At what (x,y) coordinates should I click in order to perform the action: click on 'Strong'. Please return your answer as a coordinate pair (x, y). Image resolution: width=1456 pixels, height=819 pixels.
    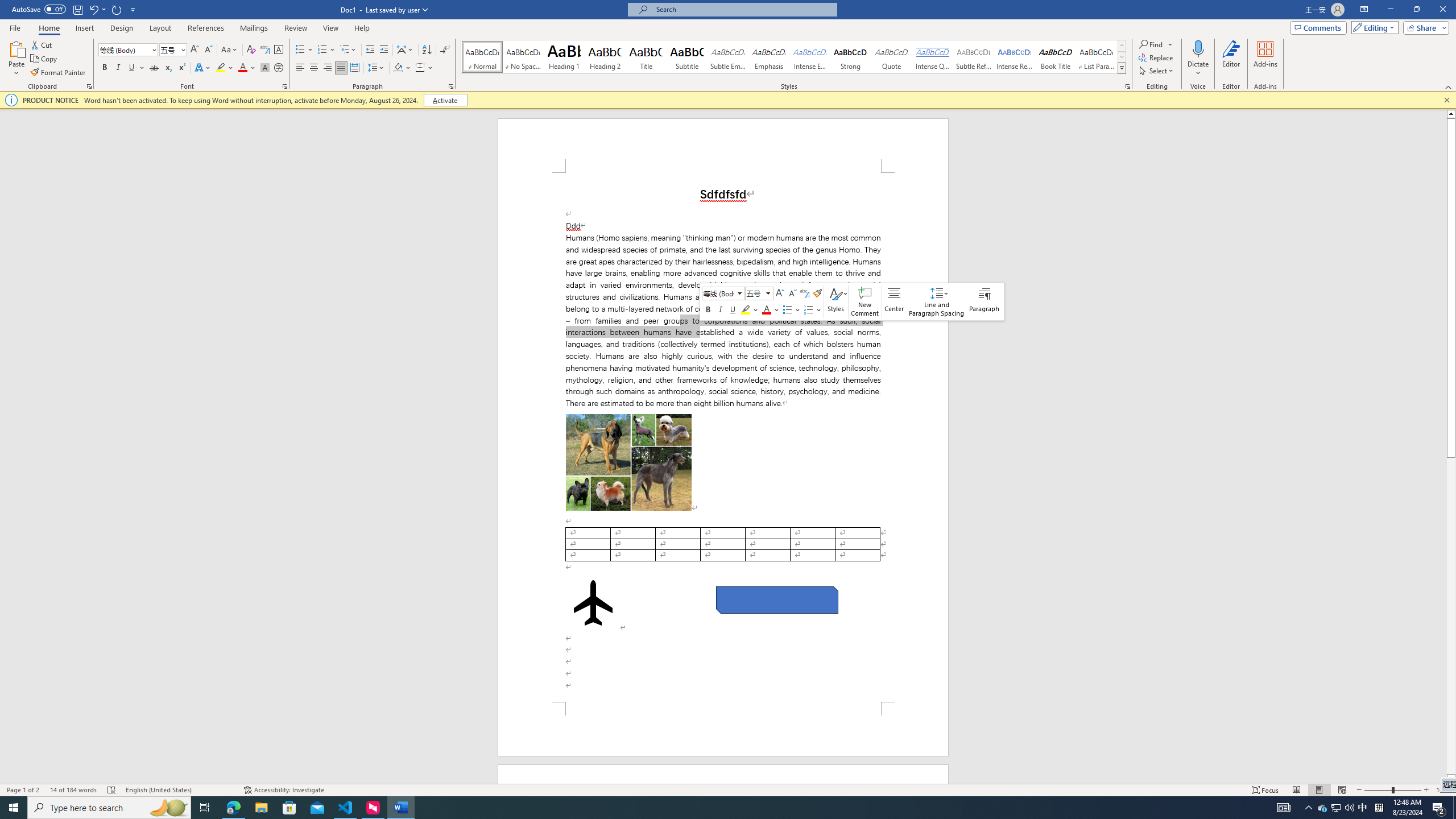
    Looking at the image, I should click on (850, 56).